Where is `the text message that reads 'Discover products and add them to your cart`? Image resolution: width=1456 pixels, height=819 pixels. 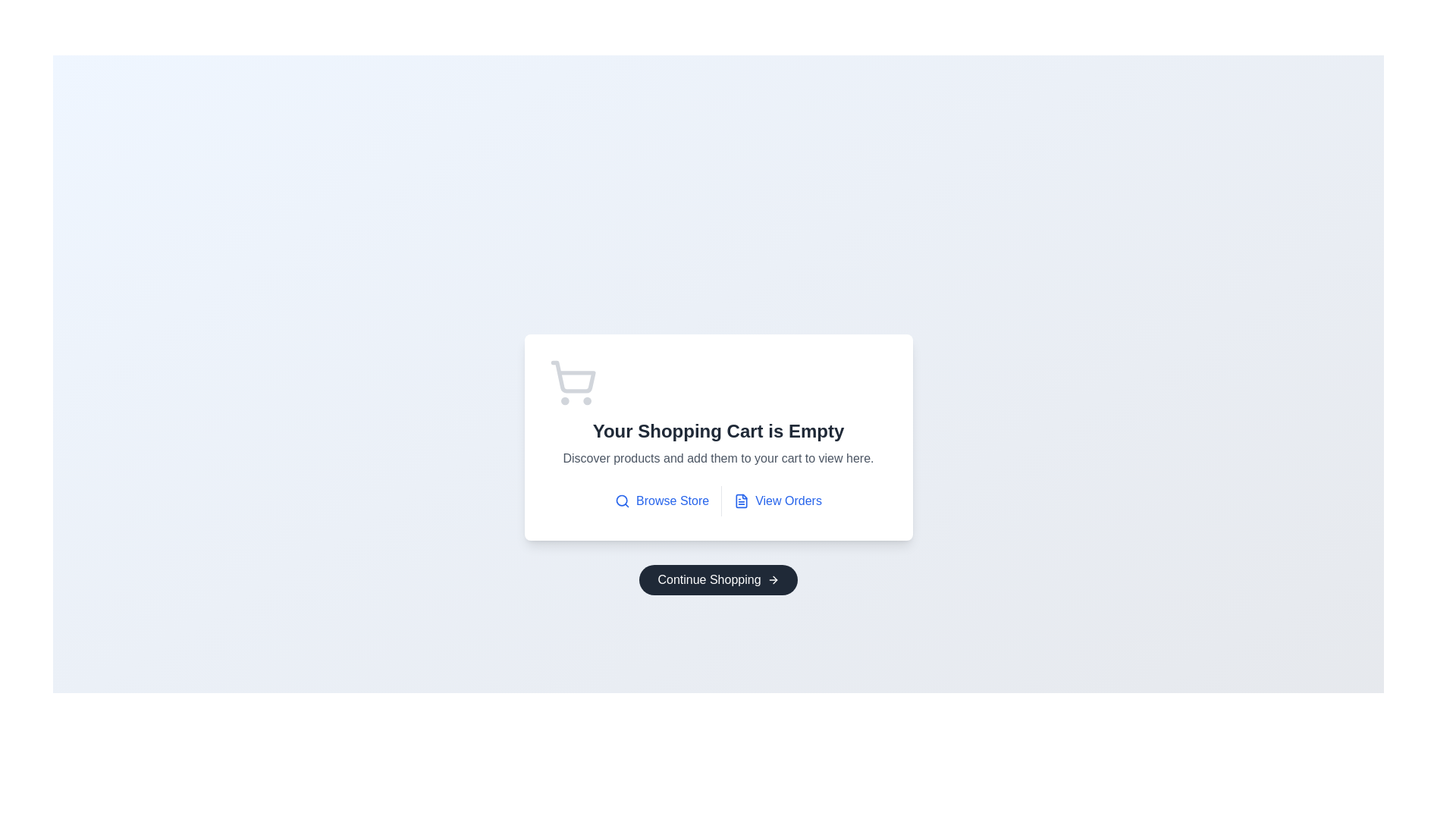 the text message that reads 'Discover products and add them to your cart is located at coordinates (717, 458).